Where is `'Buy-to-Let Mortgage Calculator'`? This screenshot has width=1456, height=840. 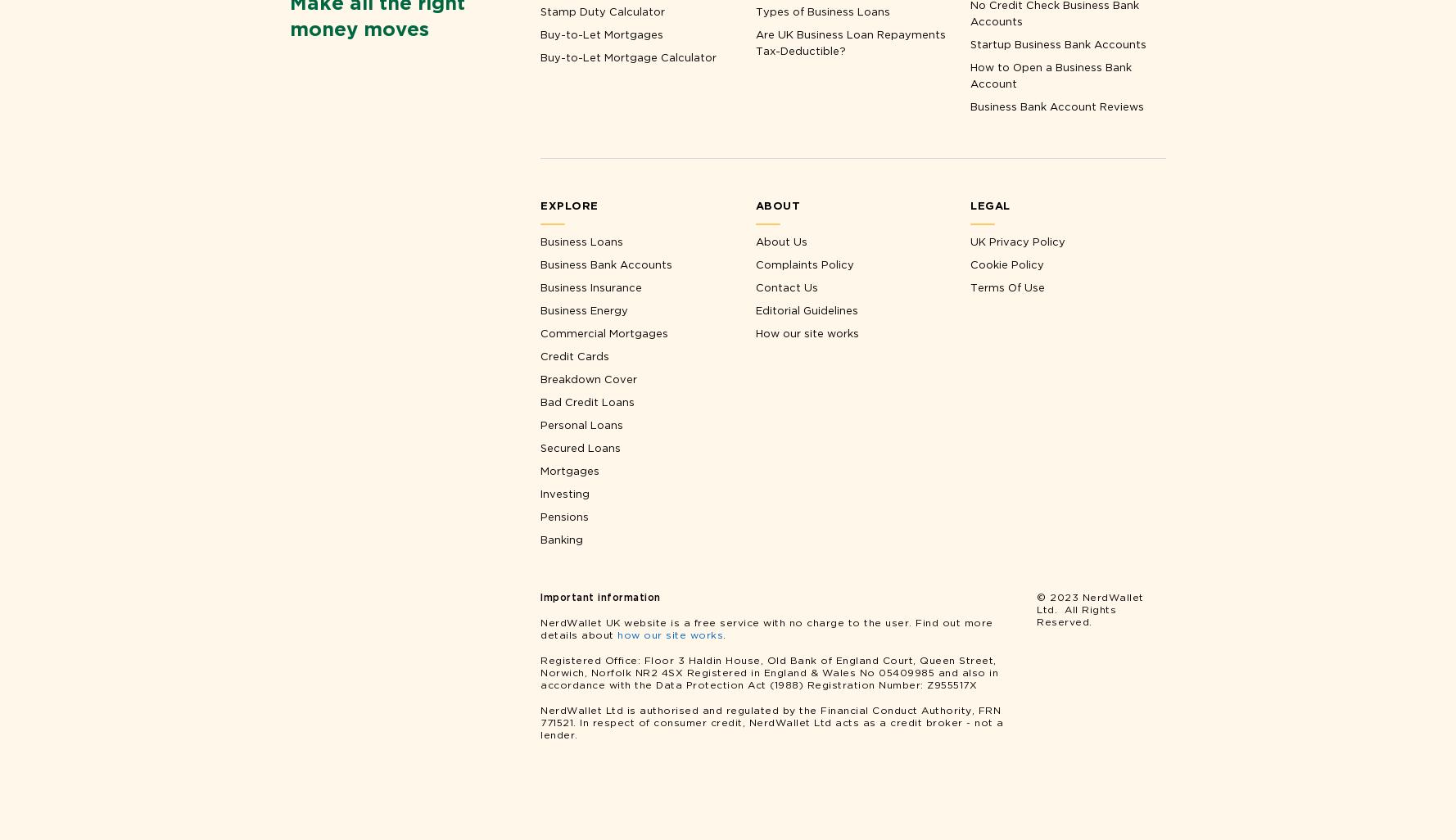
'Buy-to-Let Mortgage Calculator' is located at coordinates (628, 56).